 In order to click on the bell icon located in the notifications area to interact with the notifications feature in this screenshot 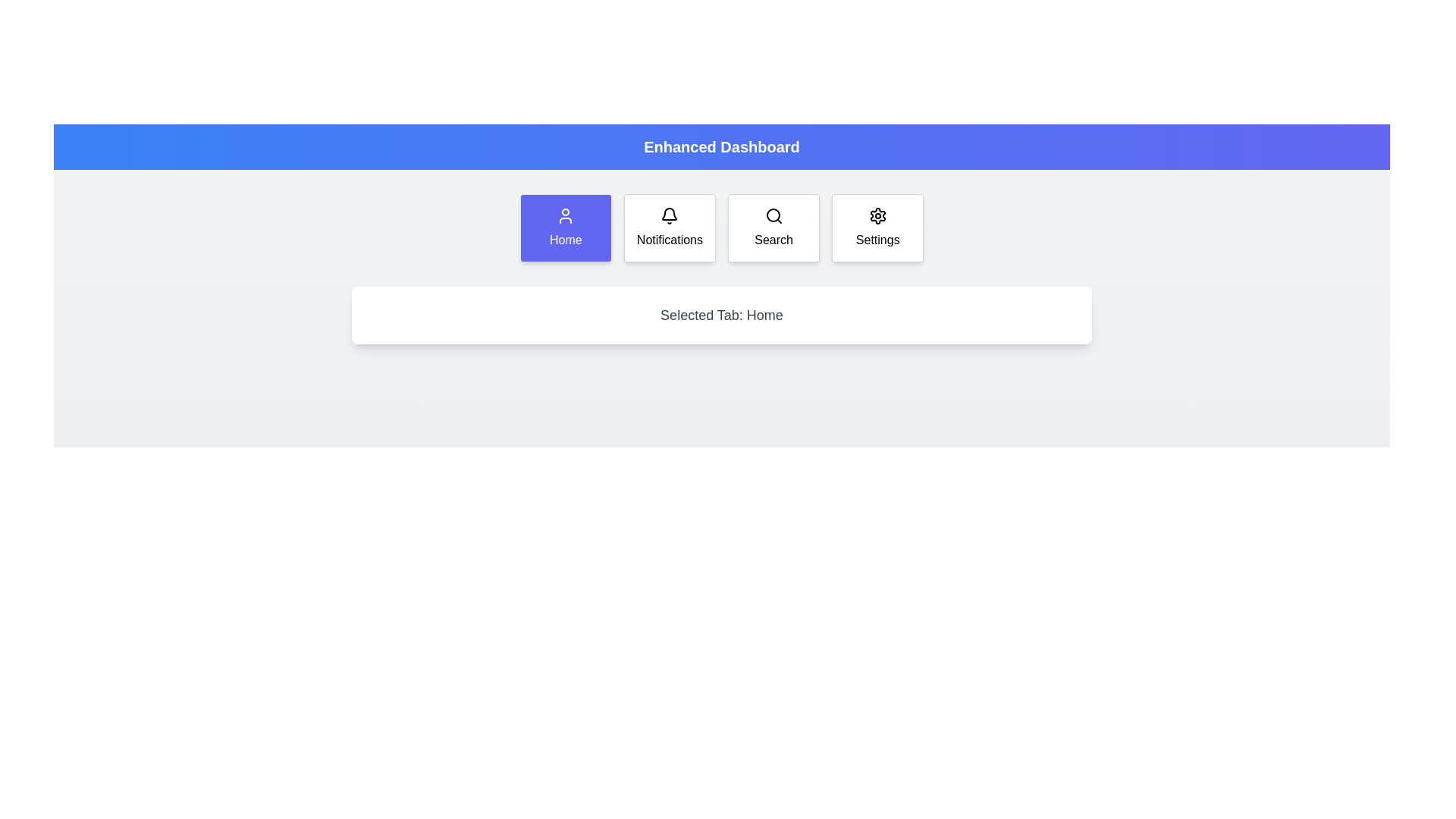, I will do `click(669, 216)`.